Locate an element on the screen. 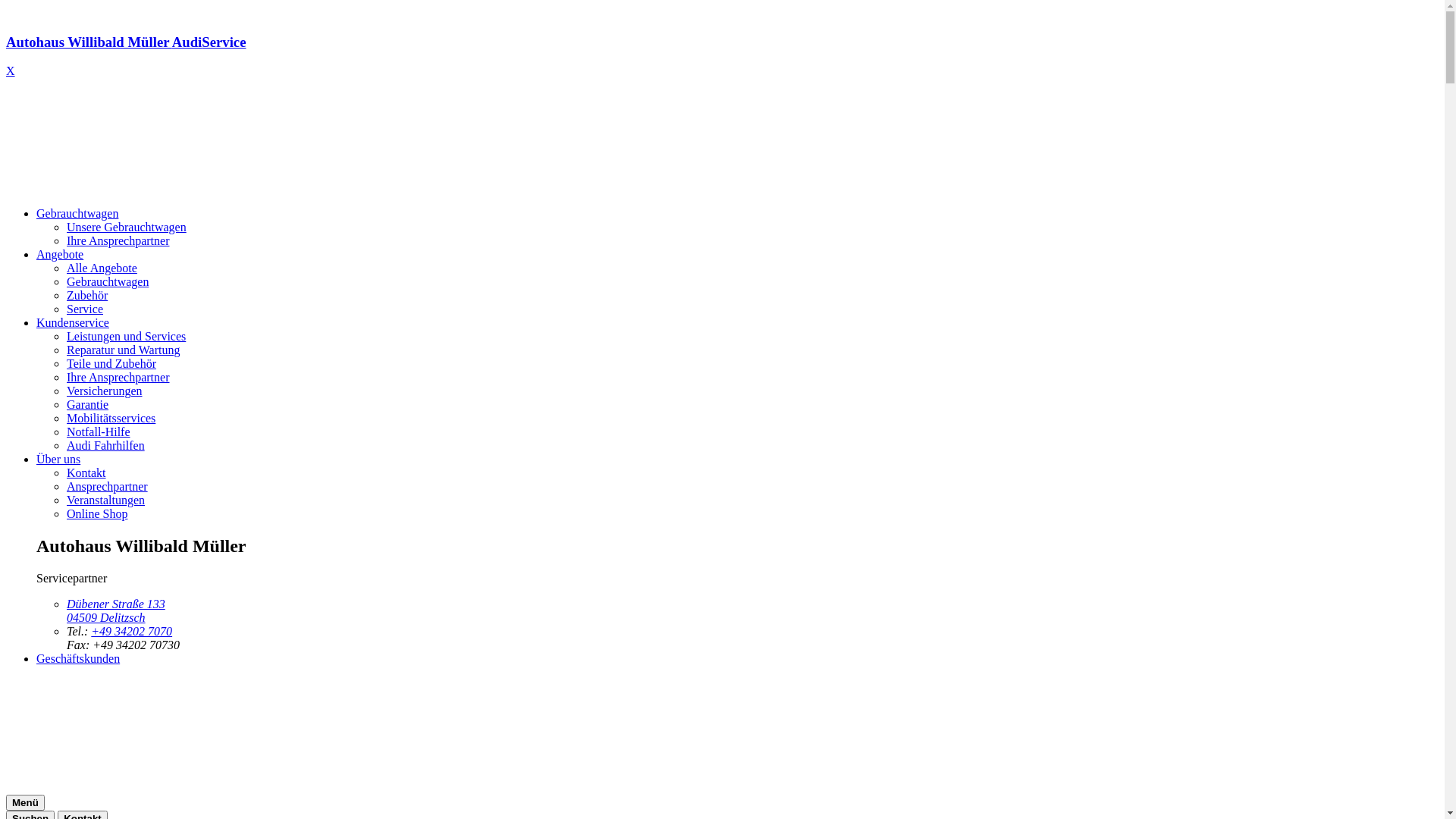 The image size is (1456, 819). 'Gebrauchtwagen' is located at coordinates (107, 281).